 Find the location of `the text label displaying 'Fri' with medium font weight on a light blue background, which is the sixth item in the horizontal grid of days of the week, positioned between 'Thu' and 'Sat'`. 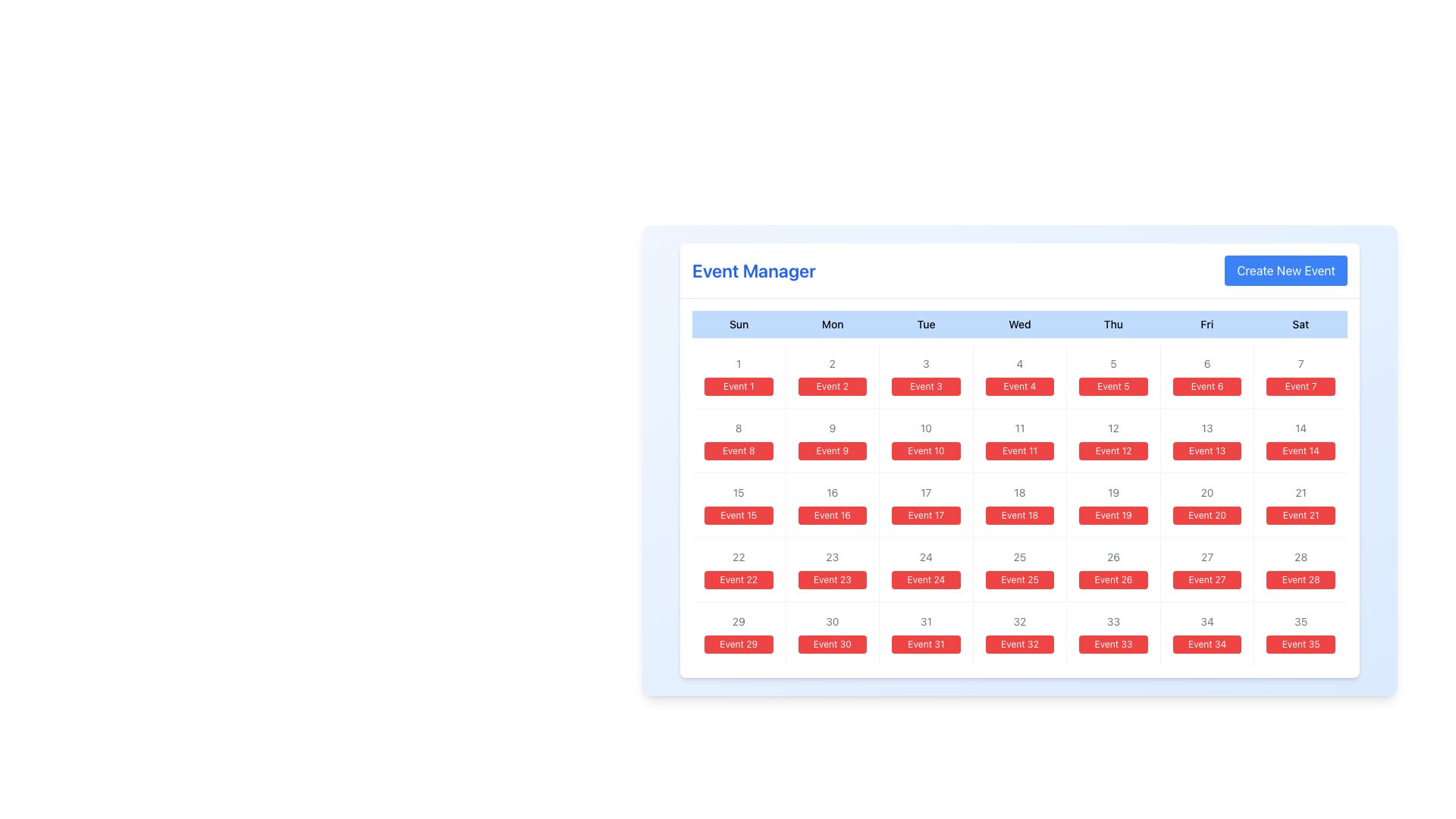

the text label displaying 'Fri' with medium font weight on a light blue background, which is the sixth item in the horizontal grid of days of the week, positioned between 'Thu' and 'Sat' is located at coordinates (1206, 324).